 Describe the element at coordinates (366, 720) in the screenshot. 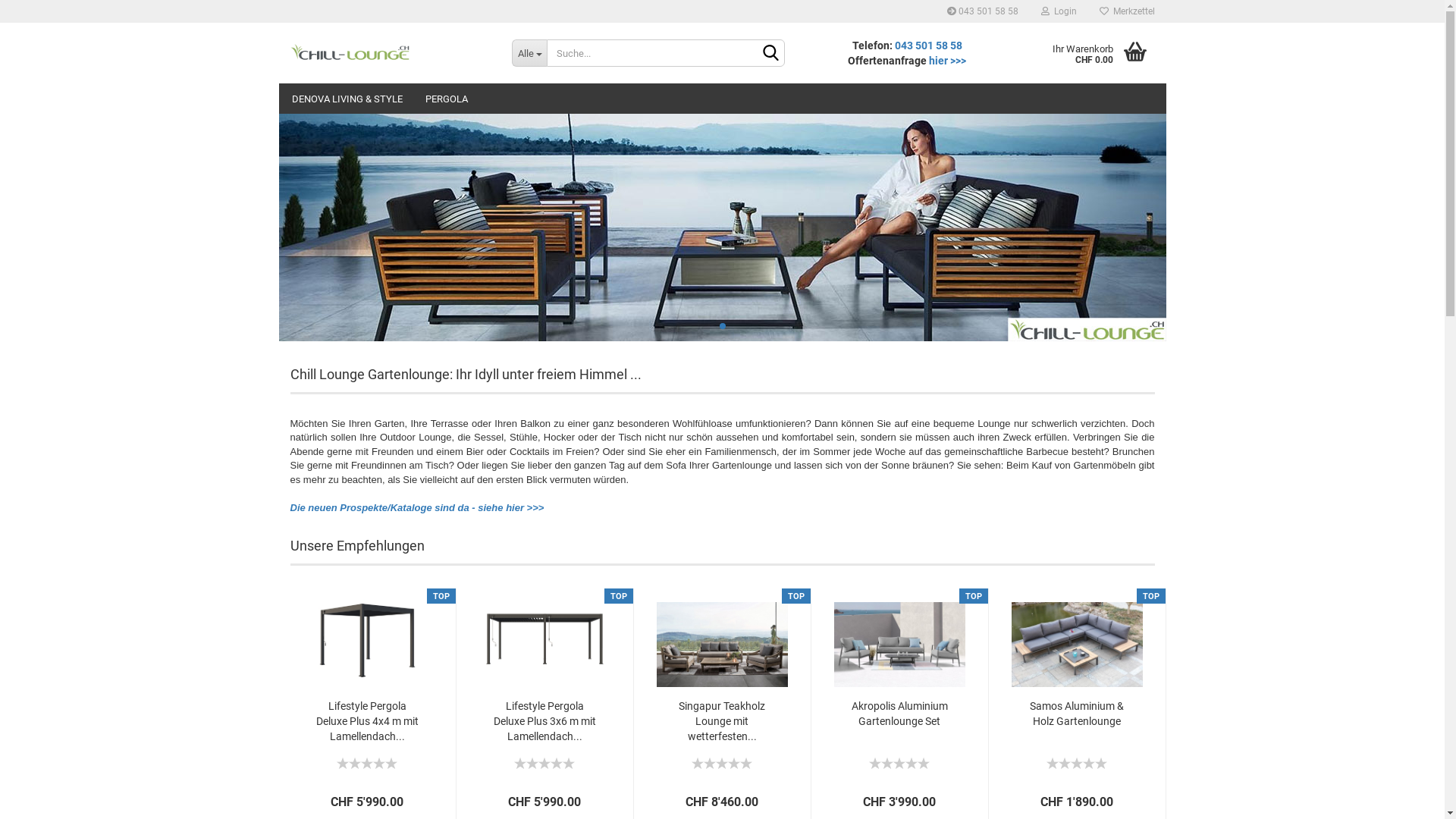

I see `'Lifestyle Pergola Deluxe Plus 4x4 m mit Lamellendach...'` at that location.